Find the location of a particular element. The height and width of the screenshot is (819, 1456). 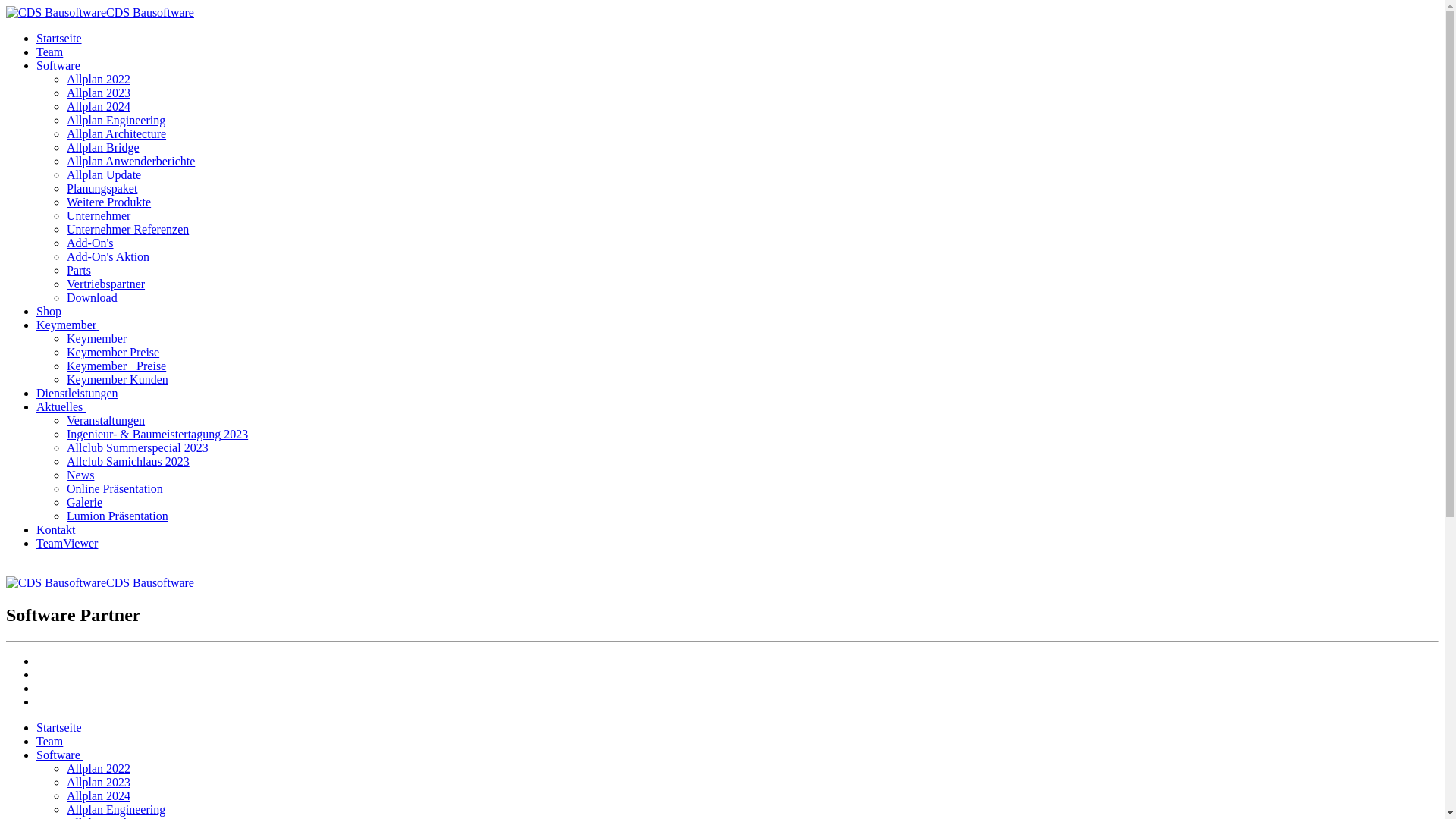

'Allplan Architecture' is located at coordinates (65, 133).